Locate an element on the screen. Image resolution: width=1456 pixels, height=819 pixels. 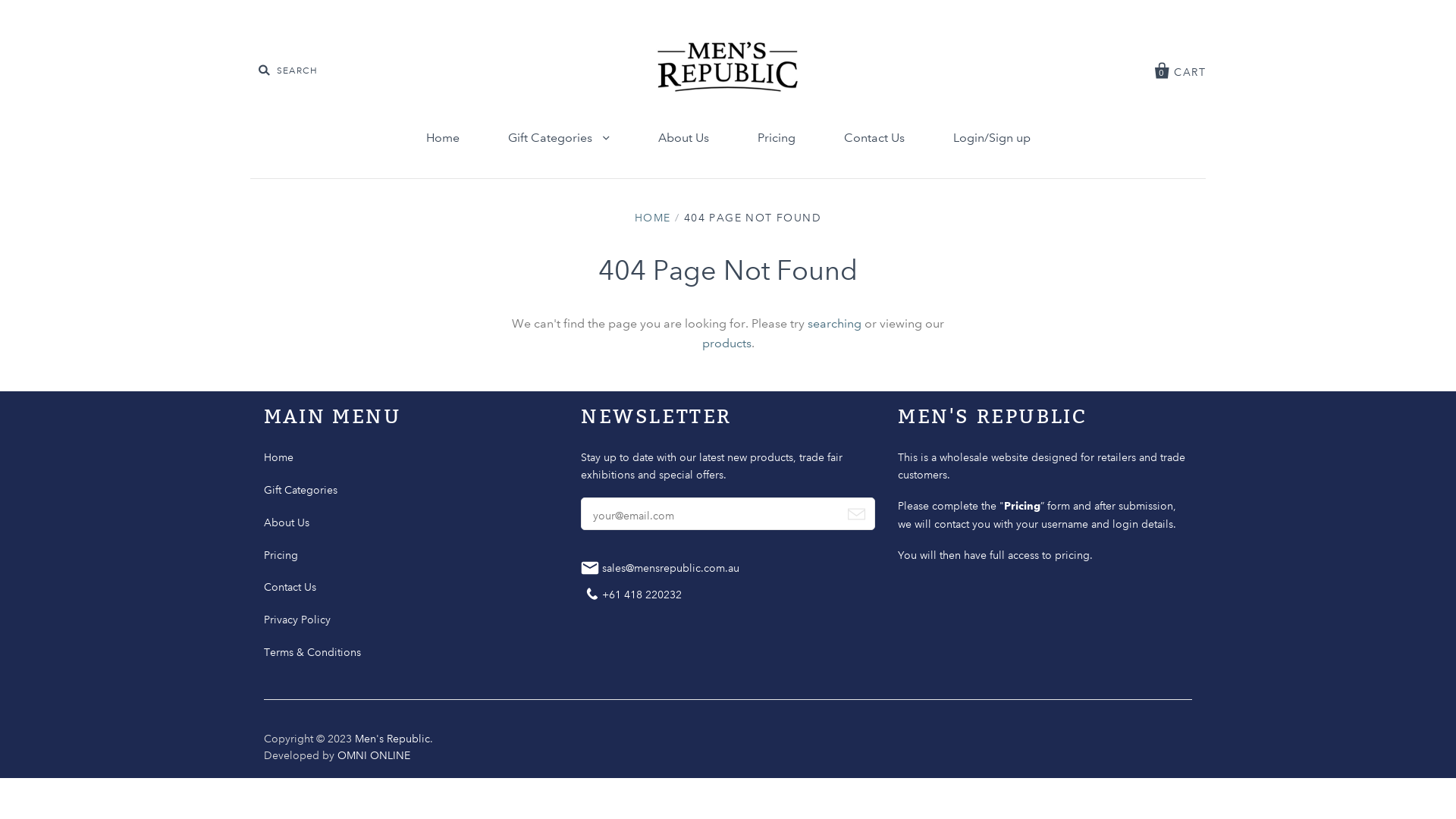
'Gift Categories' is located at coordinates (300, 489).